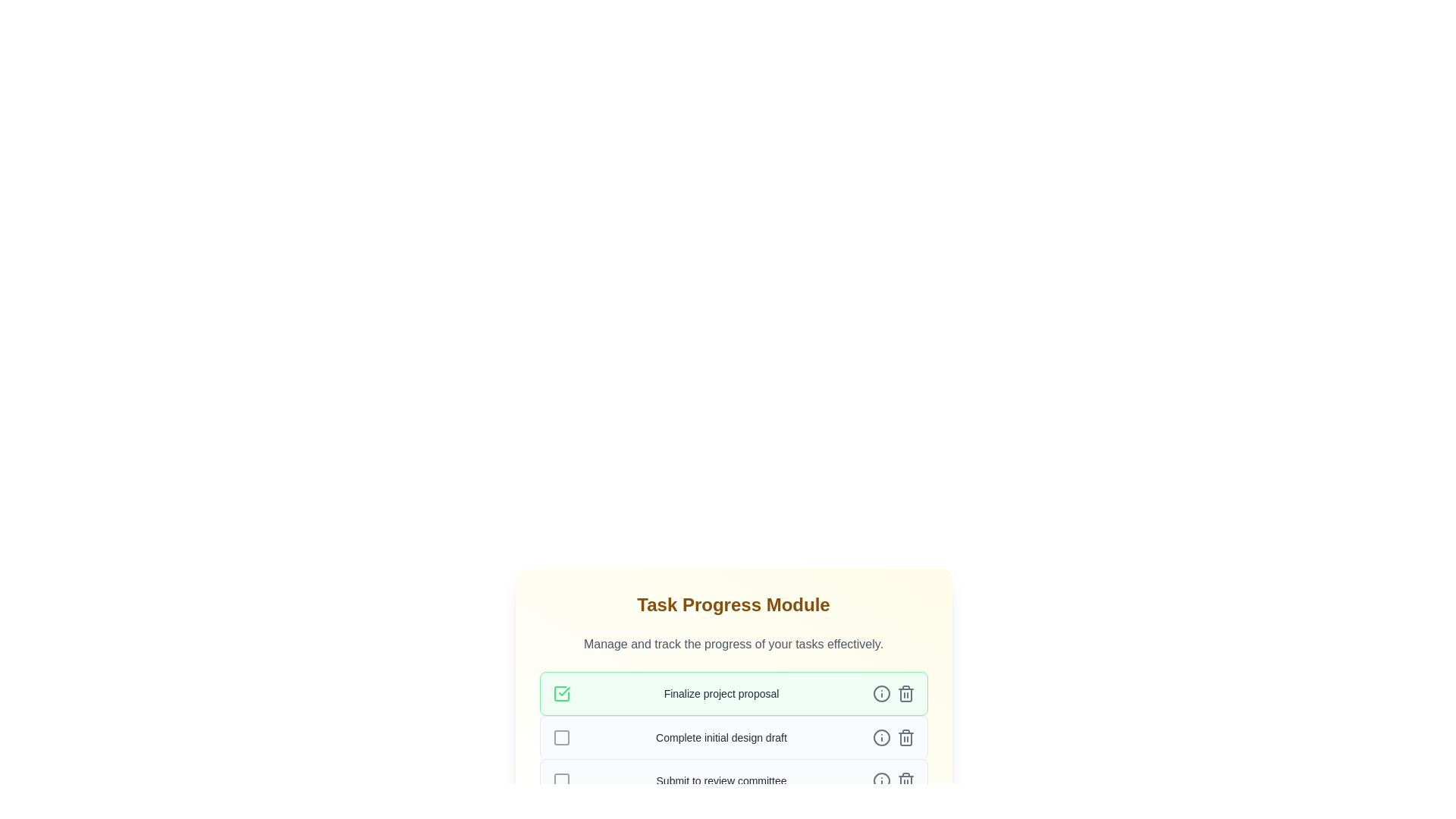 This screenshot has height=819, width=1456. What do you see at coordinates (881, 736) in the screenshot?
I see `the information/help icon located in the second row of the list item` at bounding box center [881, 736].